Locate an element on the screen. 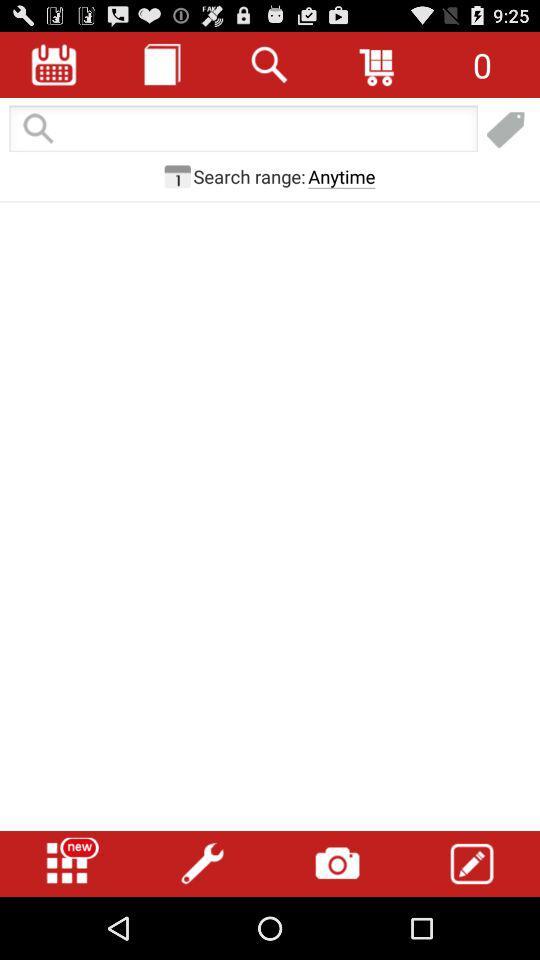 The height and width of the screenshot is (960, 540). configurations is located at coordinates (202, 863).